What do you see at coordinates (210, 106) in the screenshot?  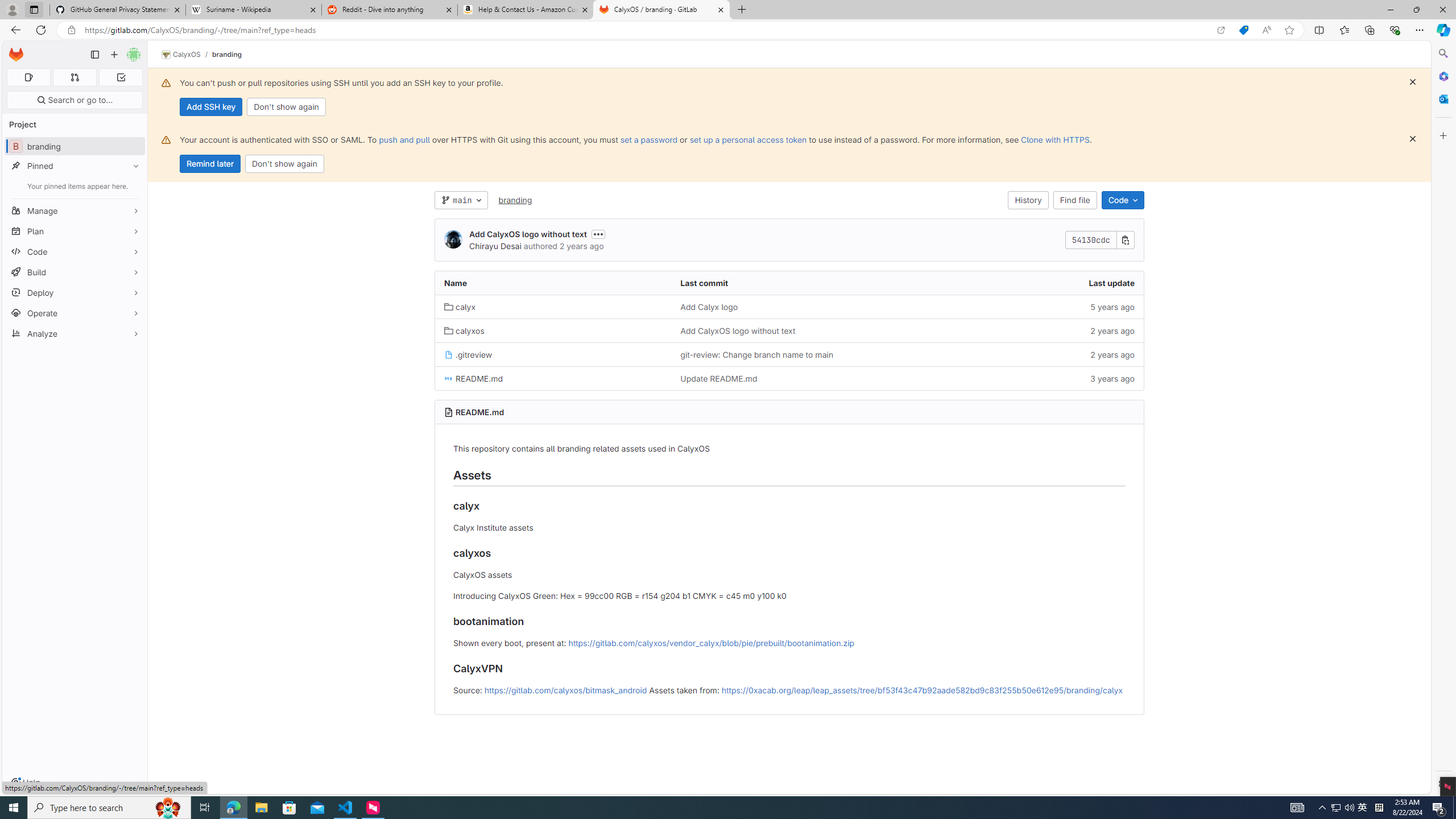 I see `'Add SSH key'` at bounding box center [210, 106].